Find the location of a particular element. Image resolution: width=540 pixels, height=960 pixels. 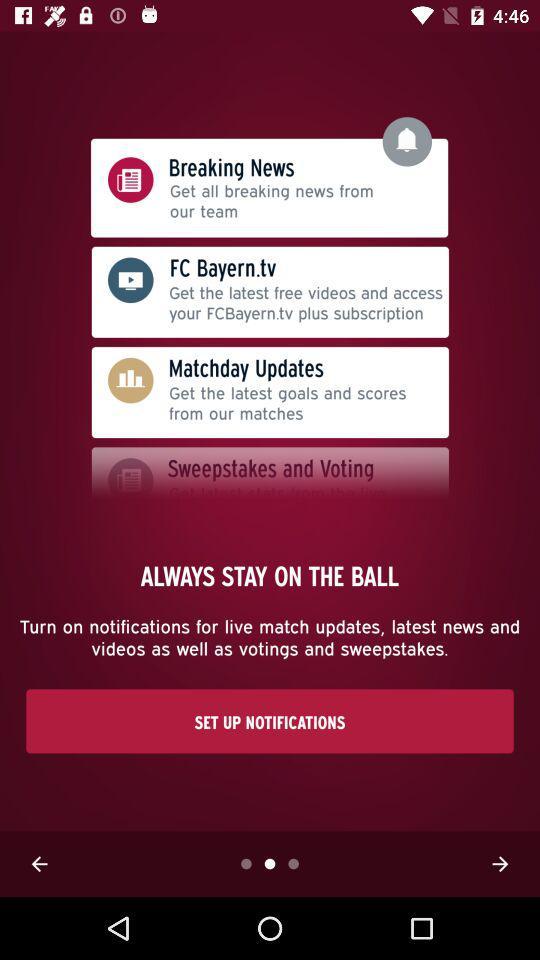

previous is located at coordinates (39, 863).